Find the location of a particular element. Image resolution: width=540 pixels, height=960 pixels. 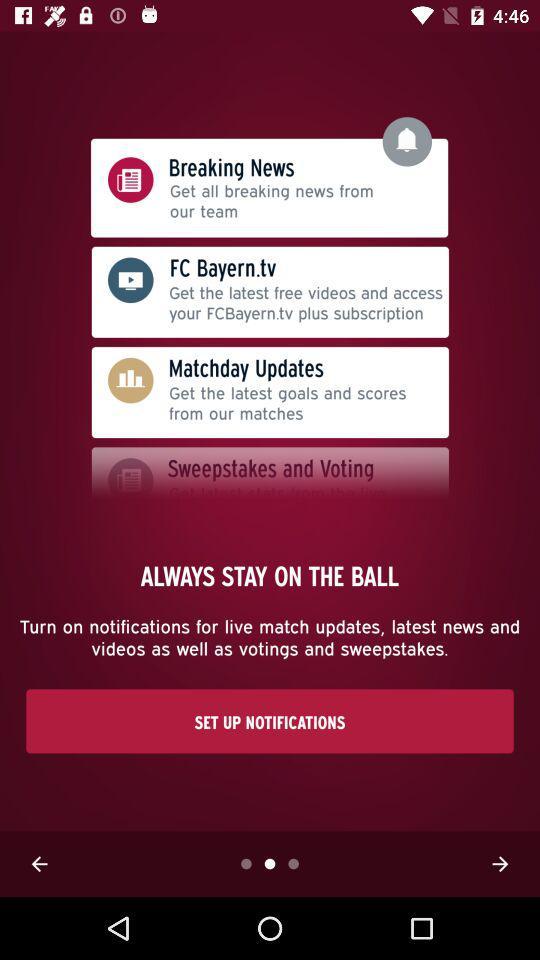

previous is located at coordinates (39, 863).